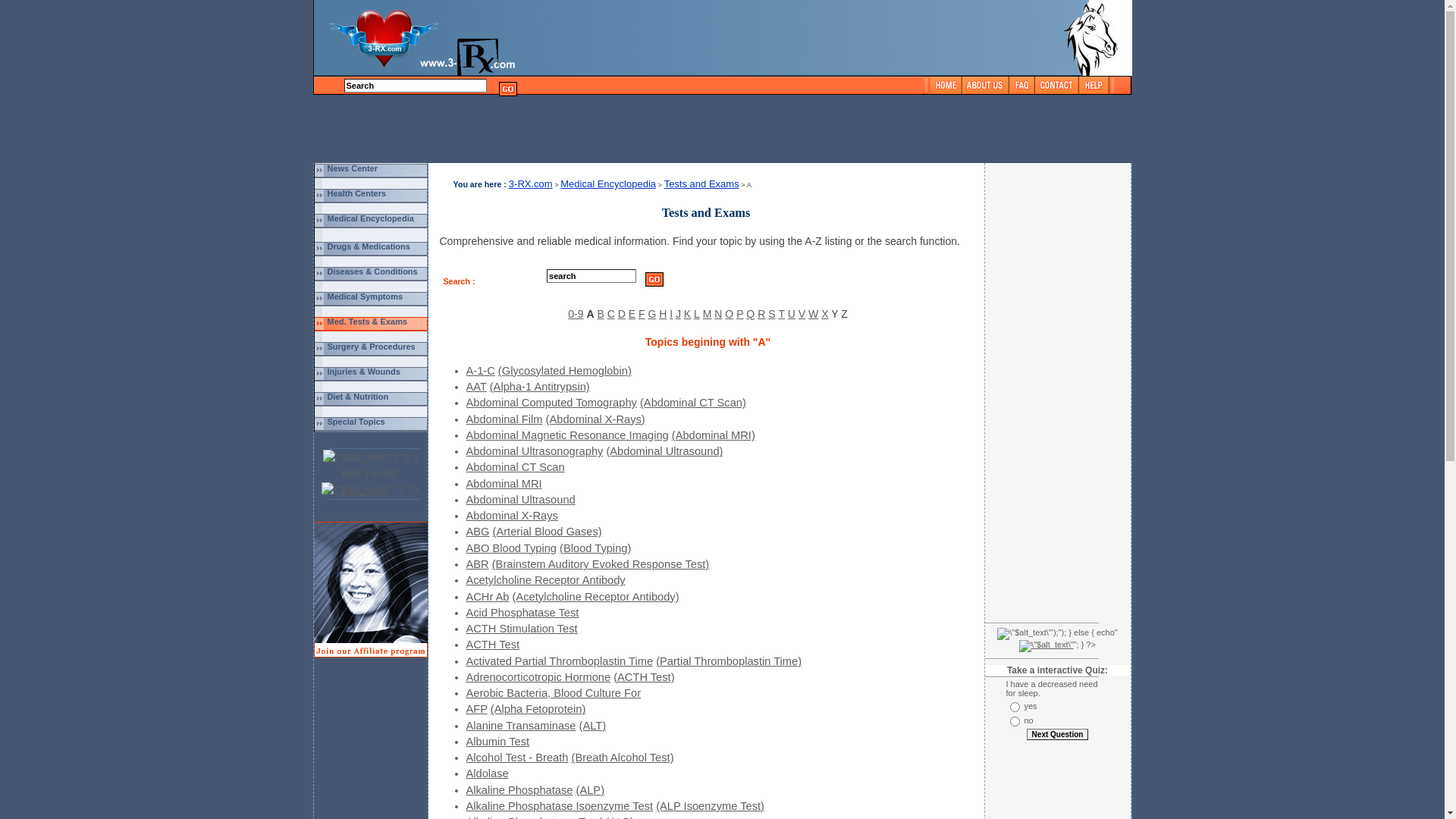 The width and height of the screenshot is (1456, 819). What do you see at coordinates (327, 321) in the screenshot?
I see `'Med. Tests & Exams'` at bounding box center [327, 321].